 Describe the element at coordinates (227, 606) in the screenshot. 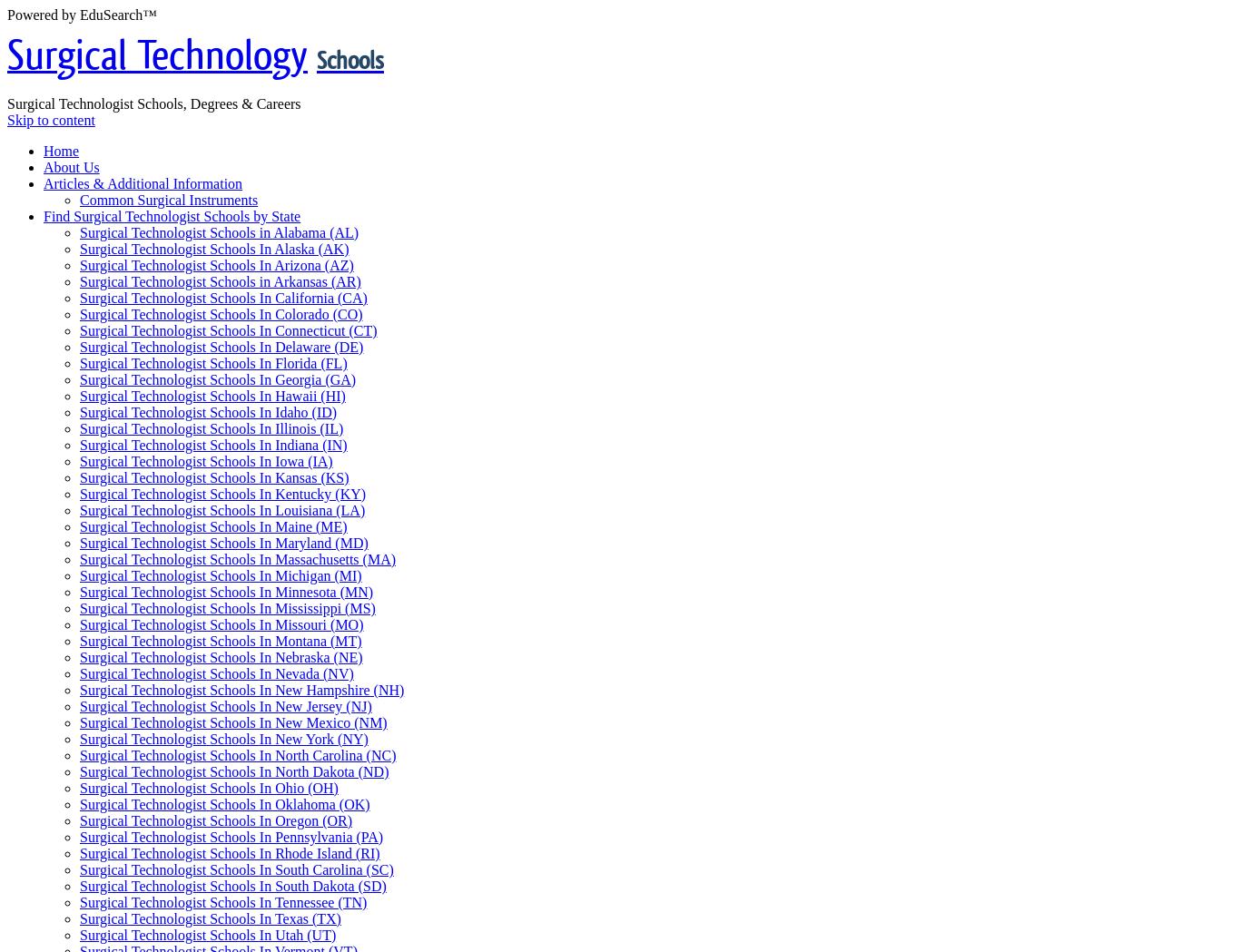

I see `'Surgical Technologist Schools In Mississippi (MS)'` at that location.